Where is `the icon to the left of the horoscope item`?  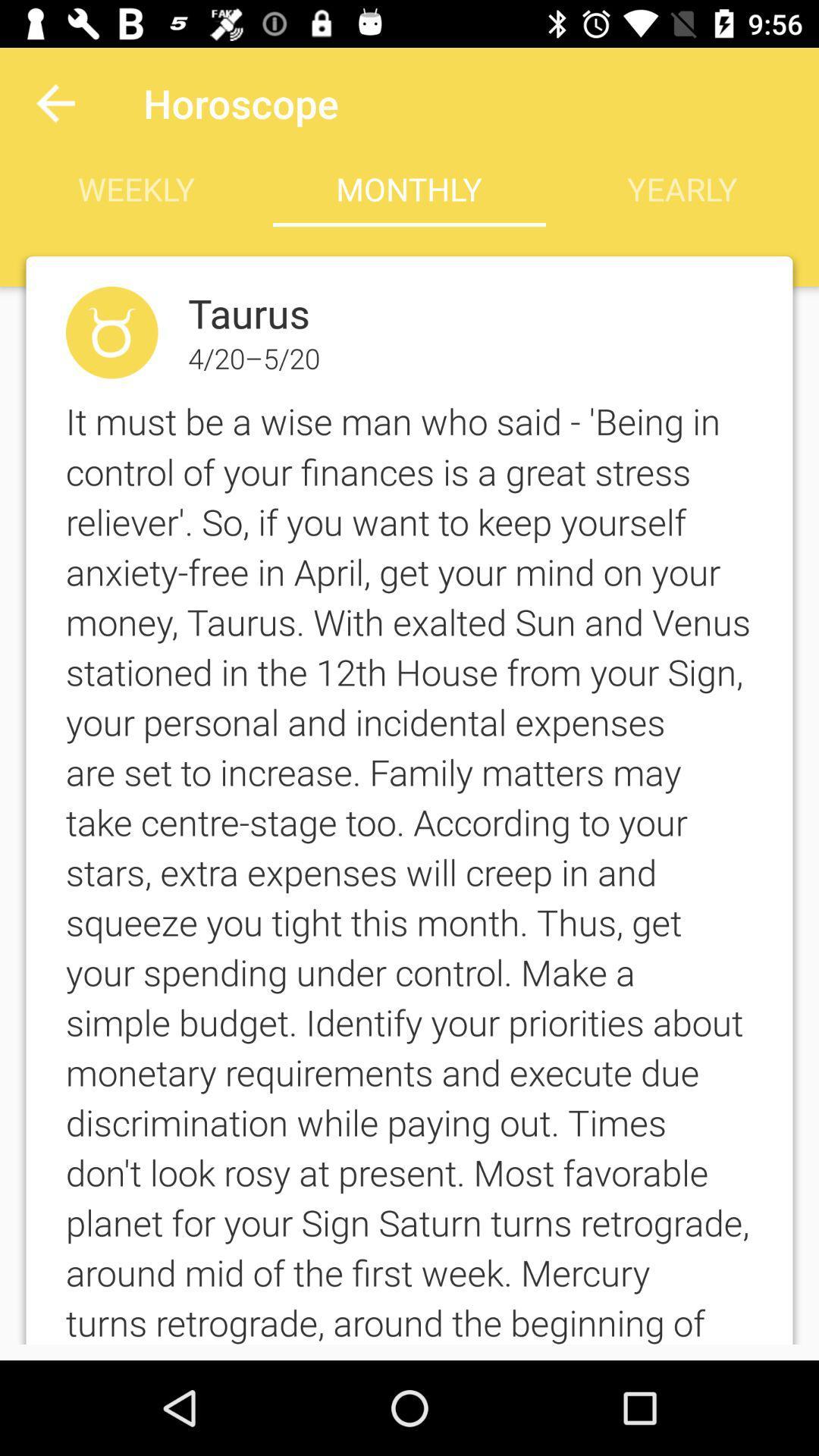 the icon to the left of the horoscope item is located at coordinates (55, 102).